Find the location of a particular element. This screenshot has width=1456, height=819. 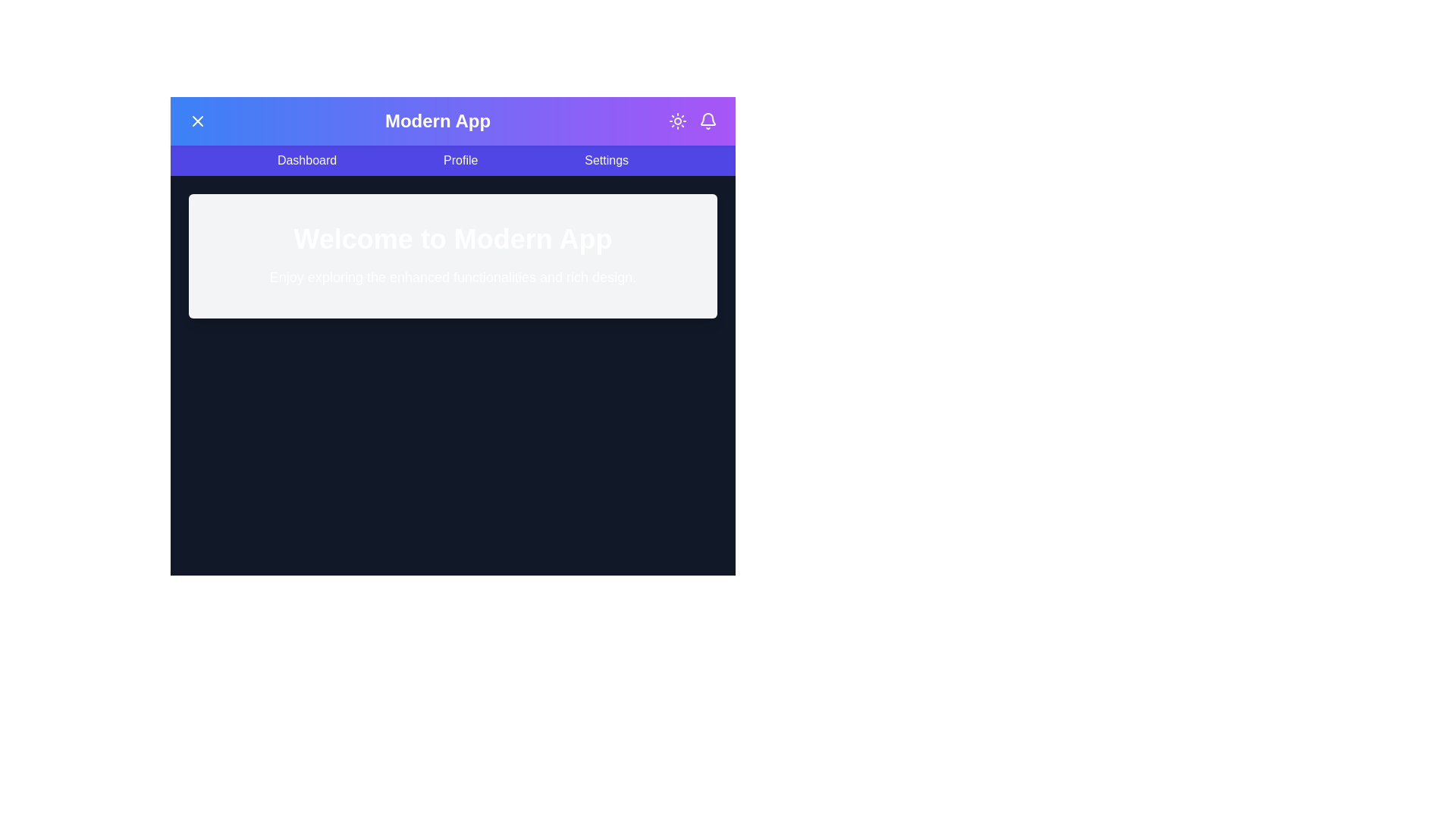

the Dashboard navigation link is located at coordinates (306, 161).